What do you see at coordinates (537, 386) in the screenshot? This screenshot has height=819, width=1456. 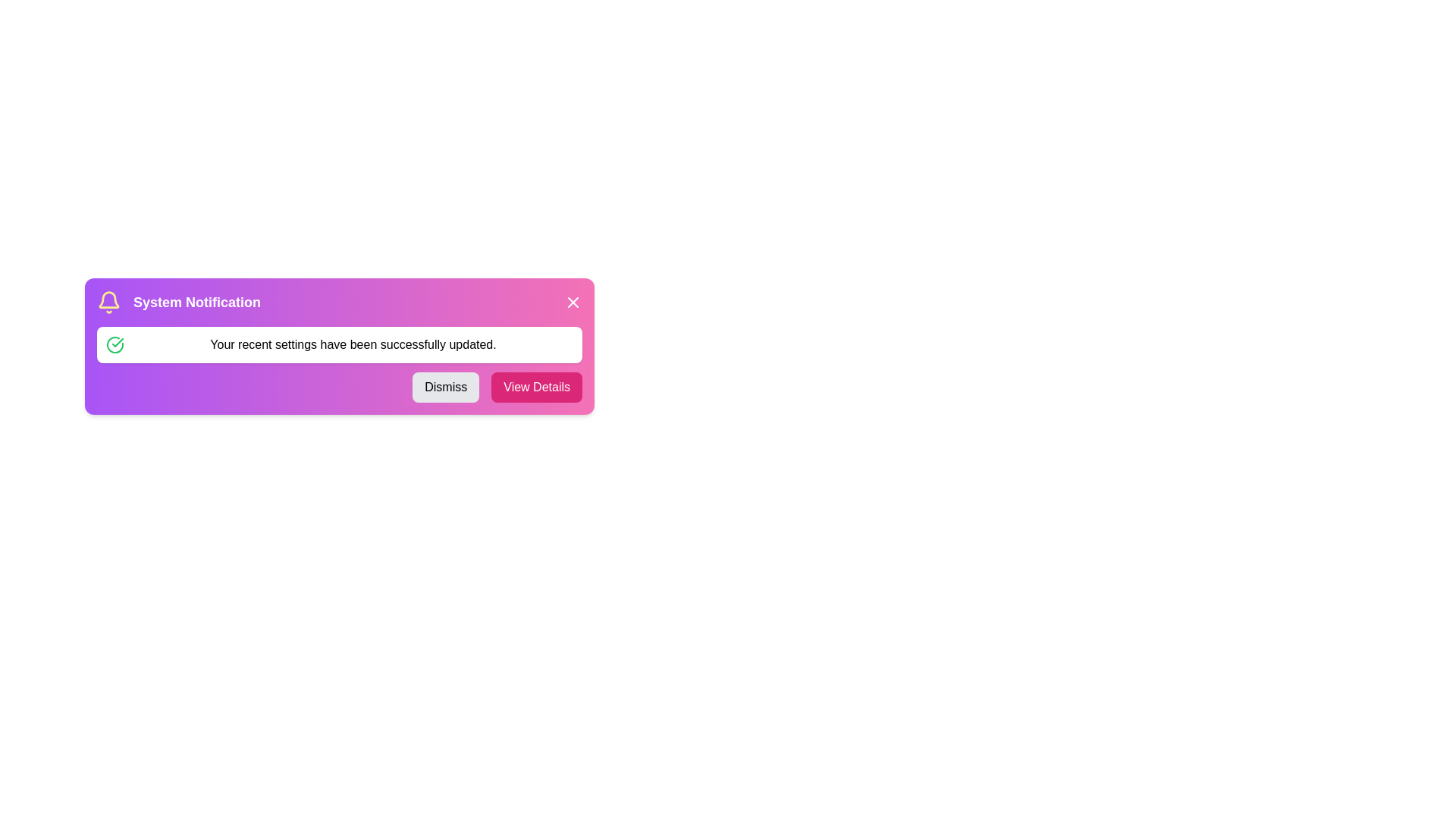 I see `the 'View Details' button to access more information` at bounding box center [537, 386].